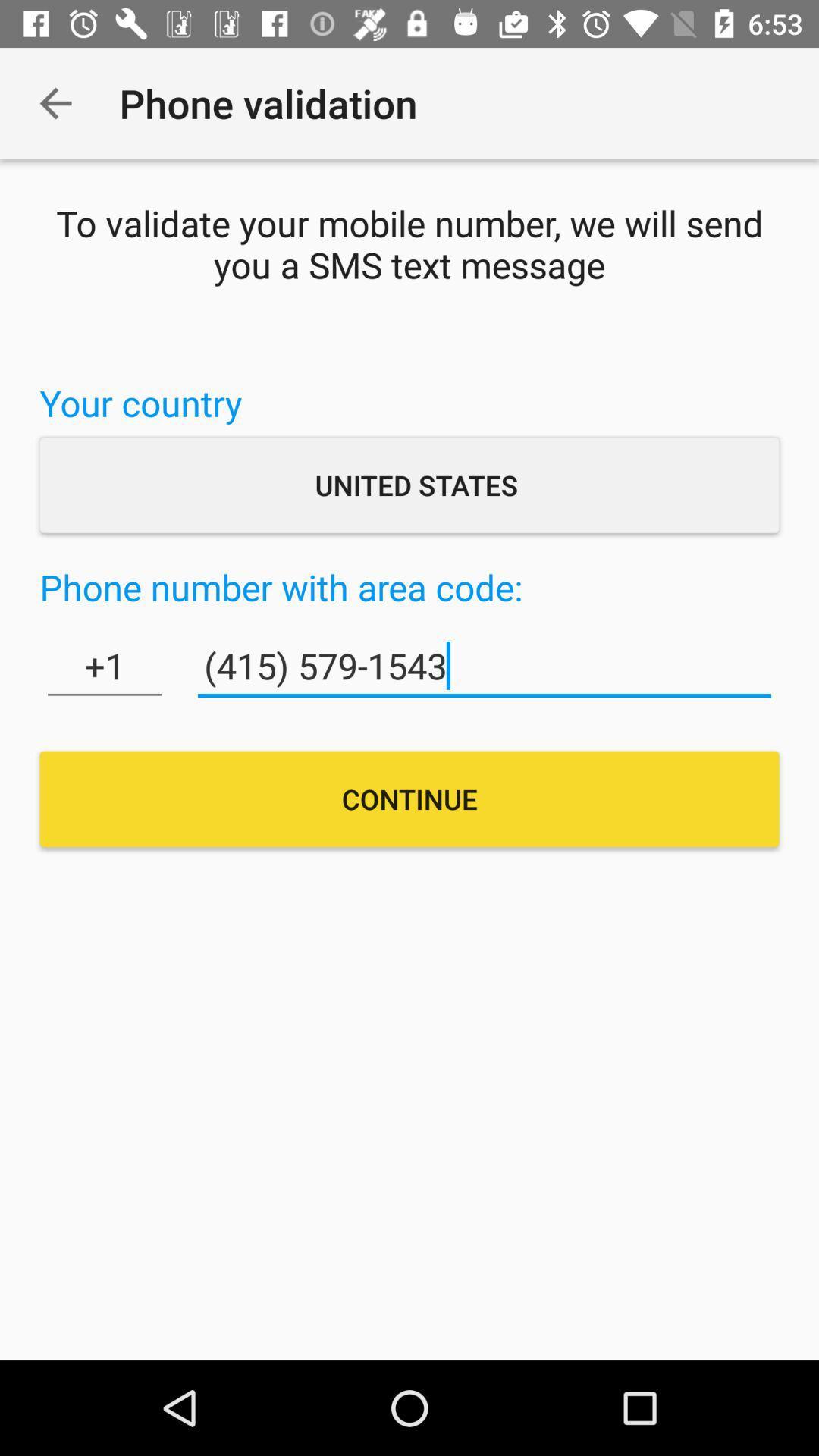 The image size is (819, 1456). I want to click on the item above the continue icon, so click(104, 666).